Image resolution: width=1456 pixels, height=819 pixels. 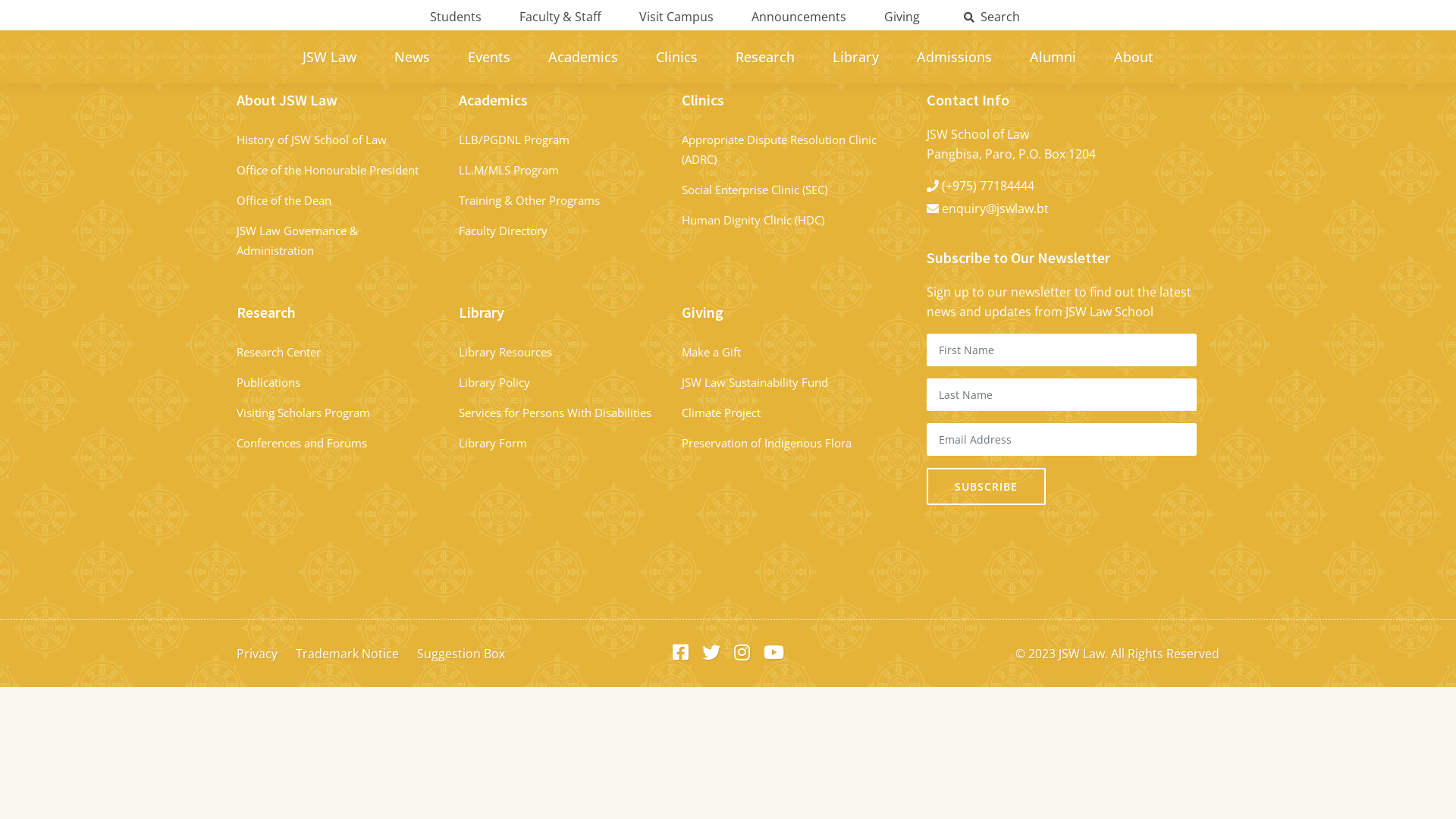 What do you see at coordinates (412, 55) in the screenshot?
I see `'News'` at bounding box center [412, 55].